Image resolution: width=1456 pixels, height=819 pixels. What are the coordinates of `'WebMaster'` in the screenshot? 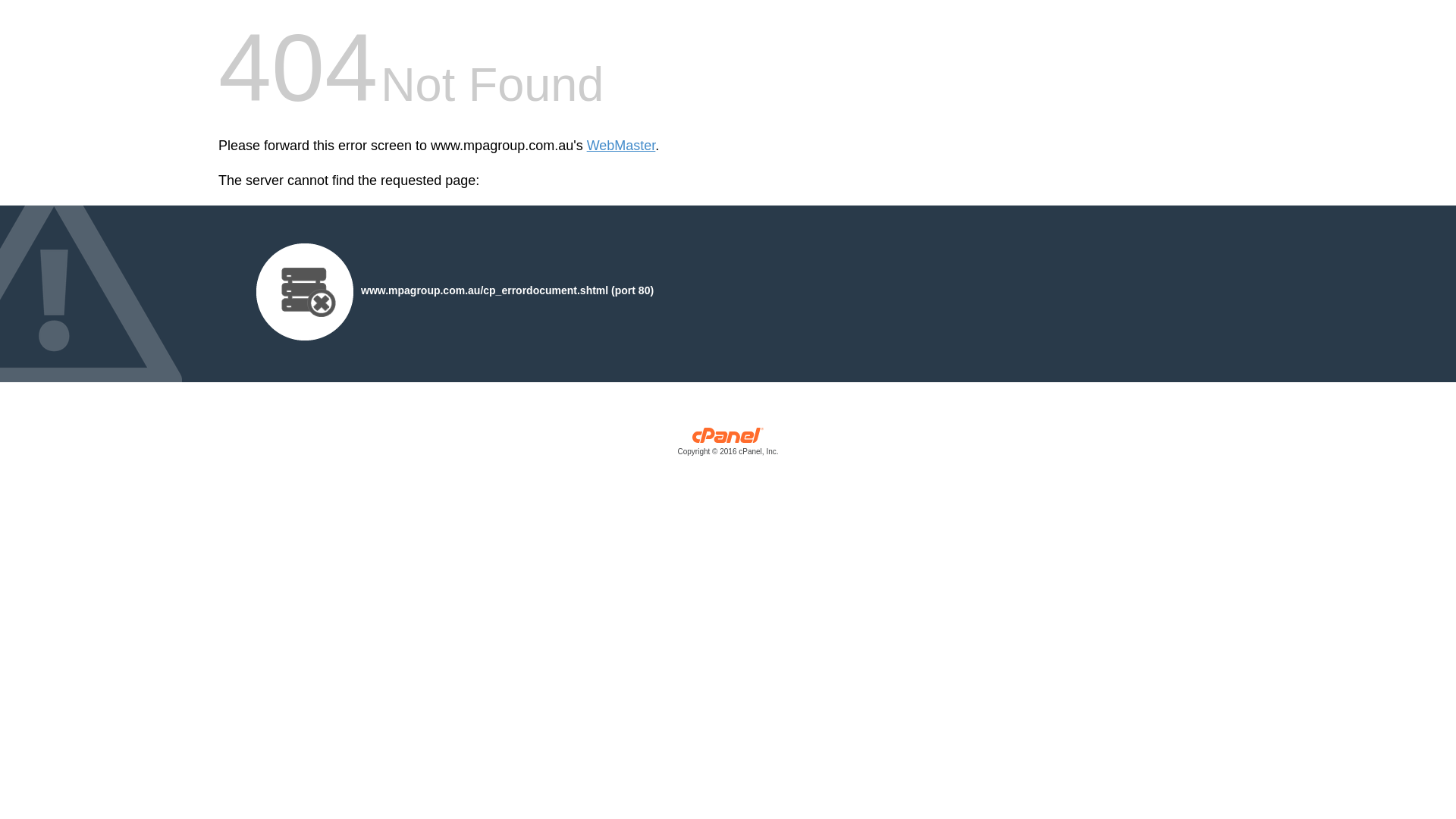 It's located at (621, 146).